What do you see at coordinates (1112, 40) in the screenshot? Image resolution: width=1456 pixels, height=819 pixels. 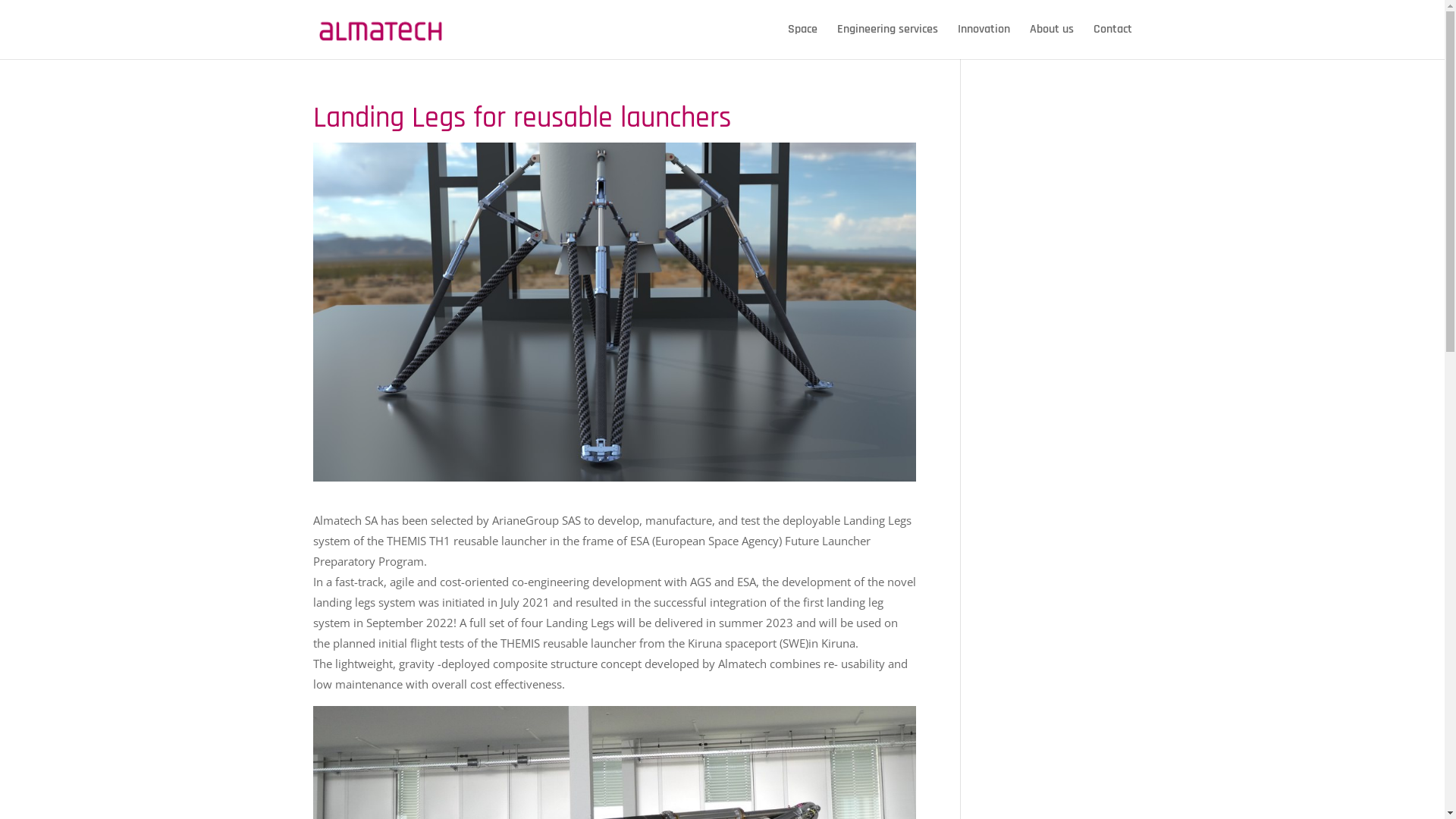 I see `'Contact'` at bounding box center [1112, 40].